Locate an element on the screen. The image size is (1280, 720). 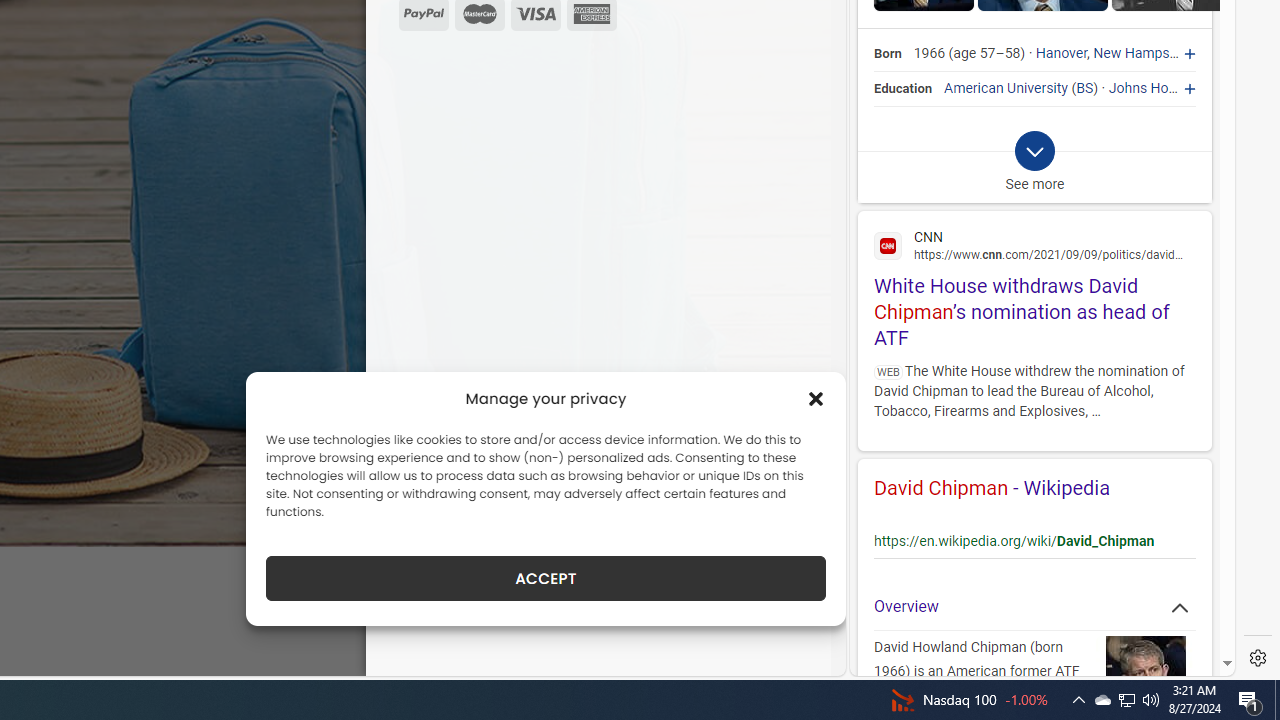
'Hanover' is located at coordinates (1060, 53).